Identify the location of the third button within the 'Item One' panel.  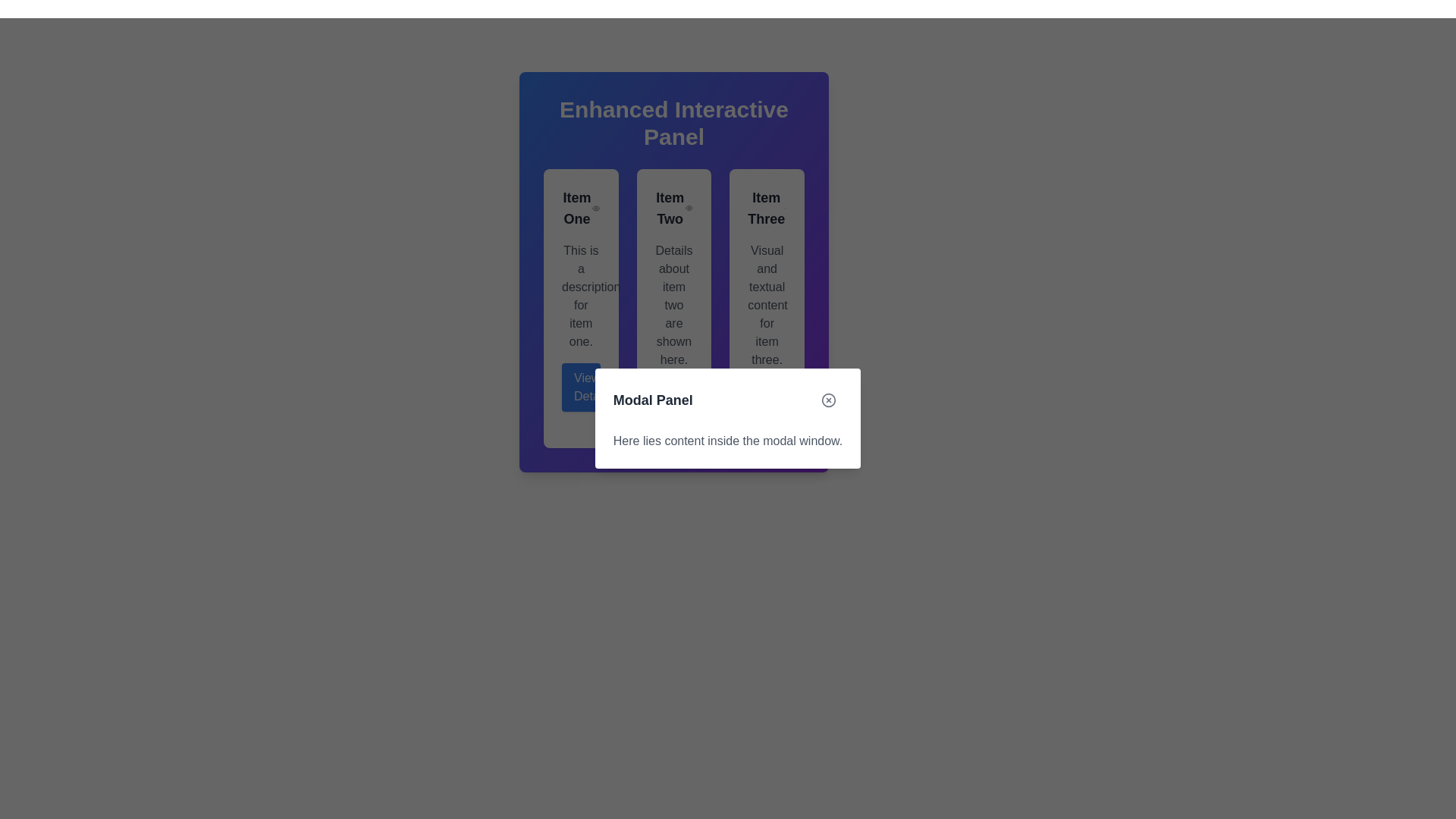
(580, 386).